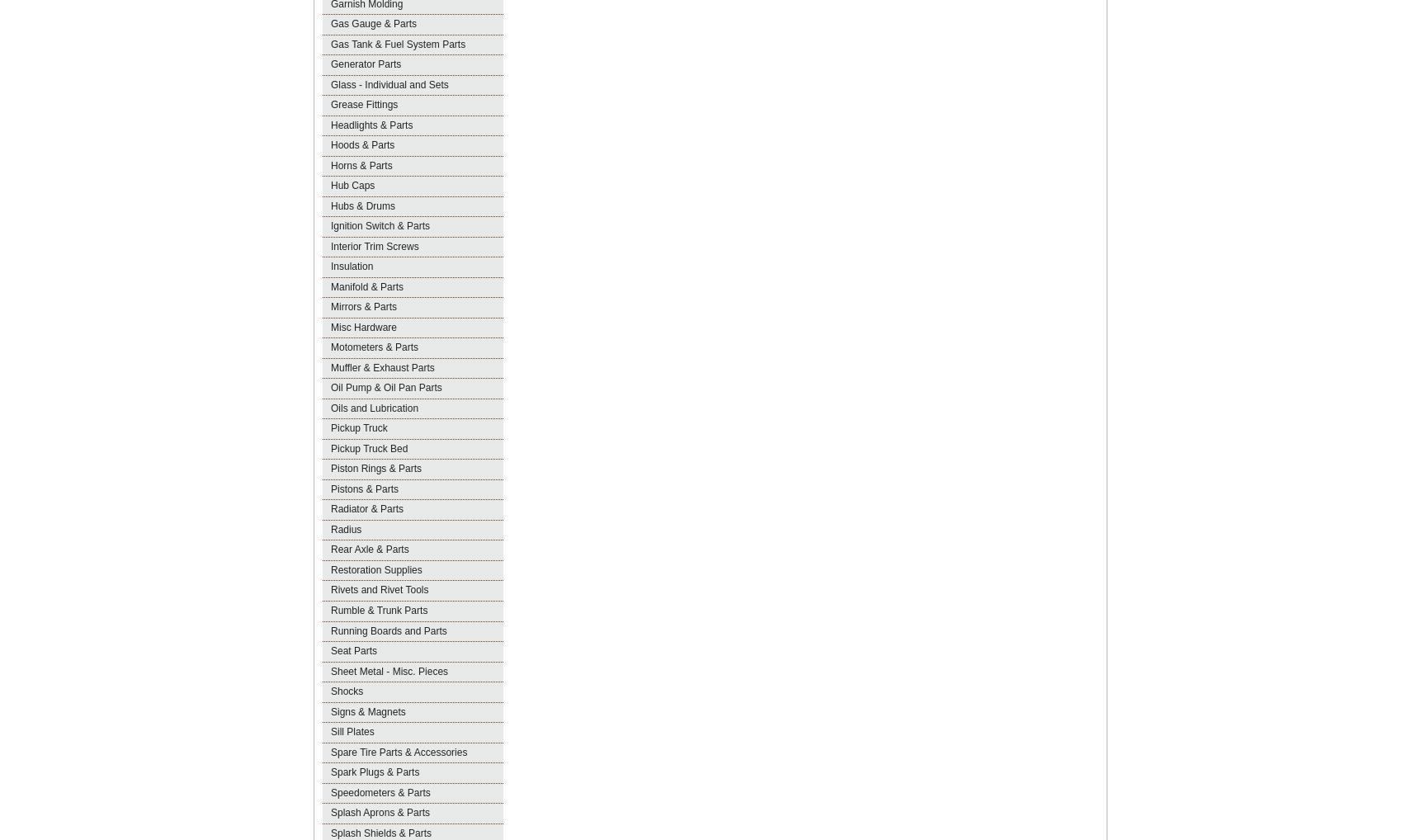  What do you see at coordinates (365, 64) in the screenshot?
I see `'Generator Parts'` at bounding box center [365, 64].